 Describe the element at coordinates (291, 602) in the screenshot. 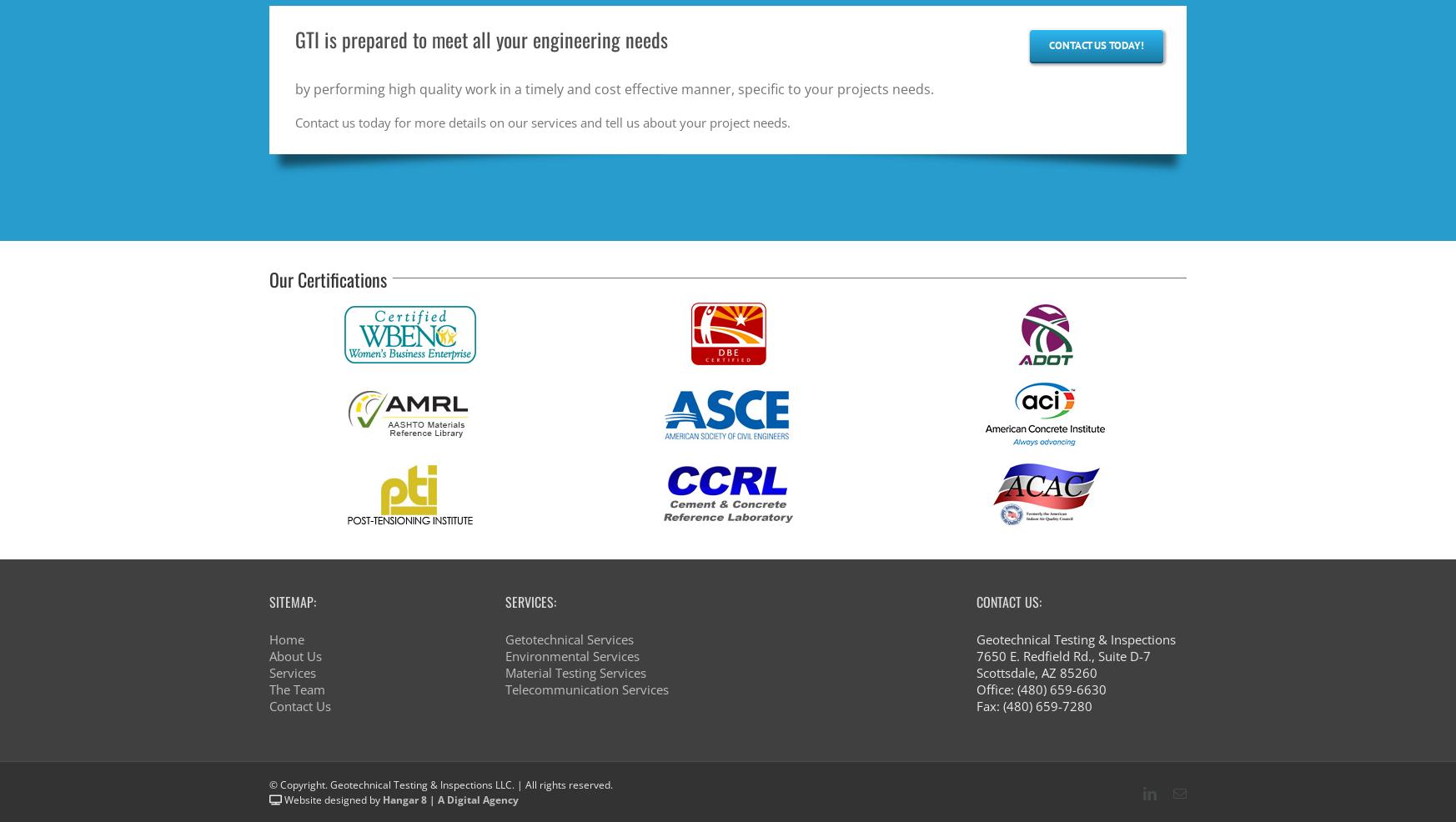

I see `'Sitemap:'` at that location.